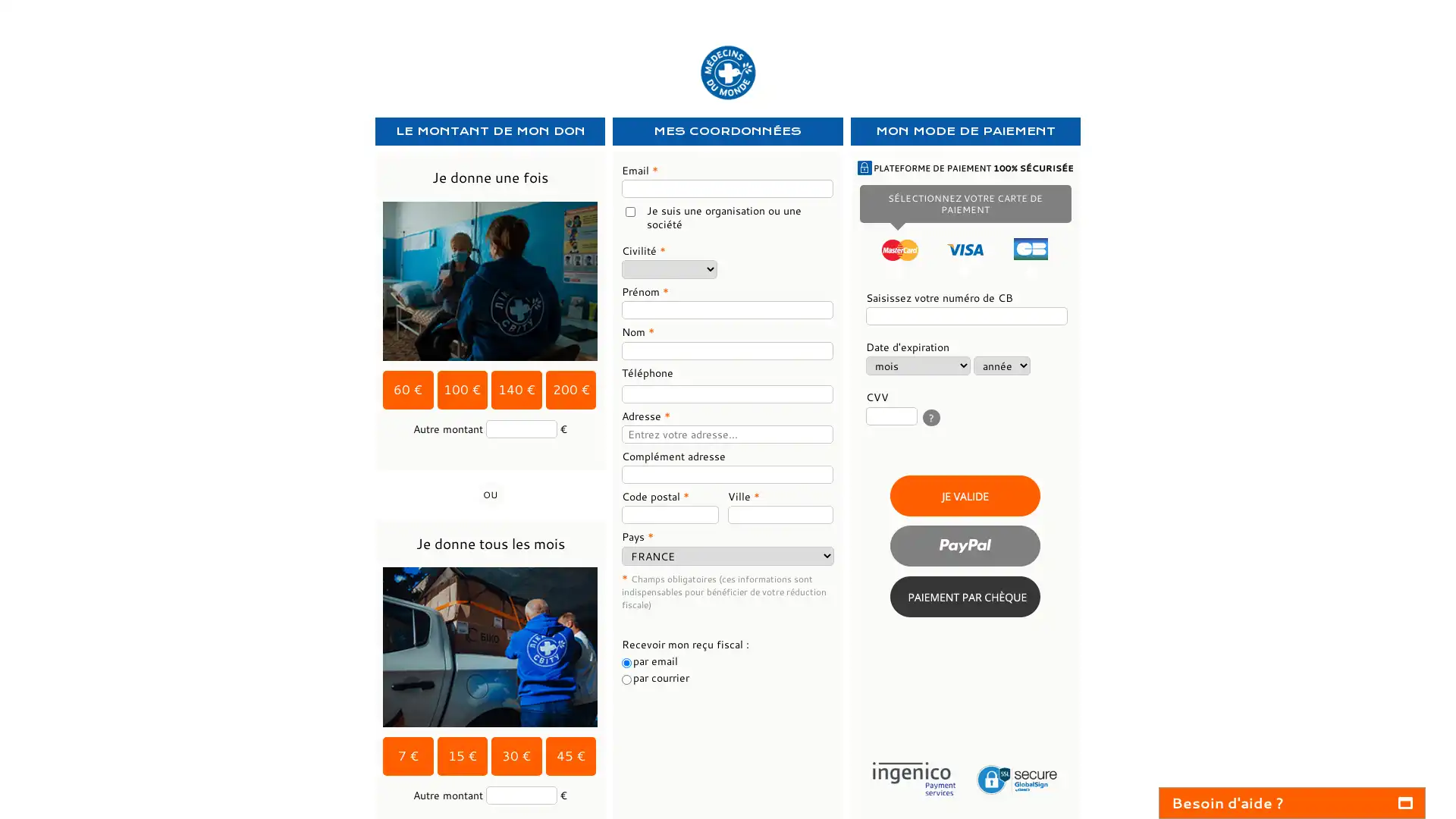 Image resolution: width=1456 pixels, height=819 pixels. Describe the element at coordinates (964, 544) in the screenshot. I see `Paypal` at that location.